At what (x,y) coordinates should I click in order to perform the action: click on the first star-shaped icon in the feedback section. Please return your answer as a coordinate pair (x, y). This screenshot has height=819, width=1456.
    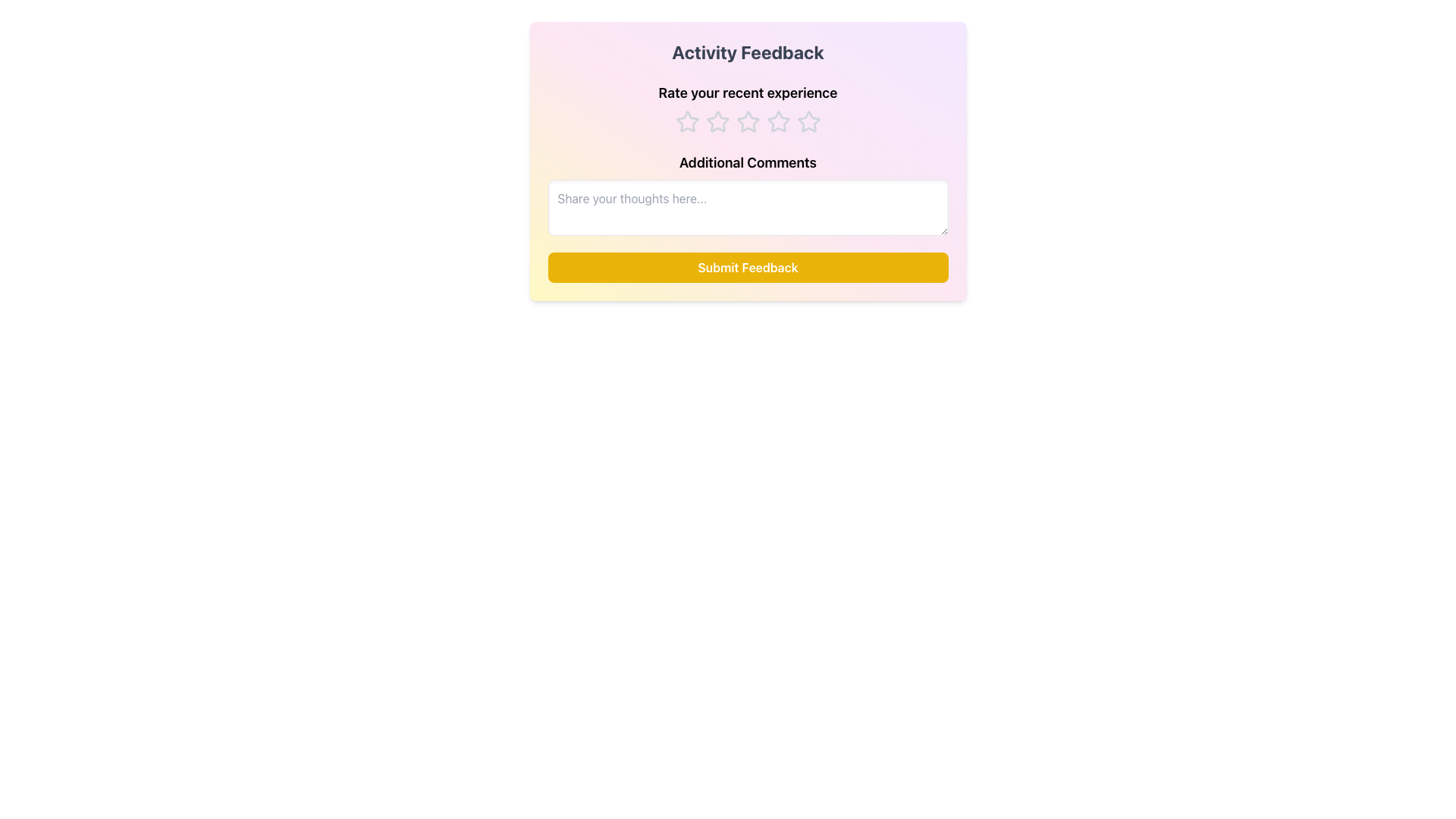
    Looking at the image, I should click on (686, 121).